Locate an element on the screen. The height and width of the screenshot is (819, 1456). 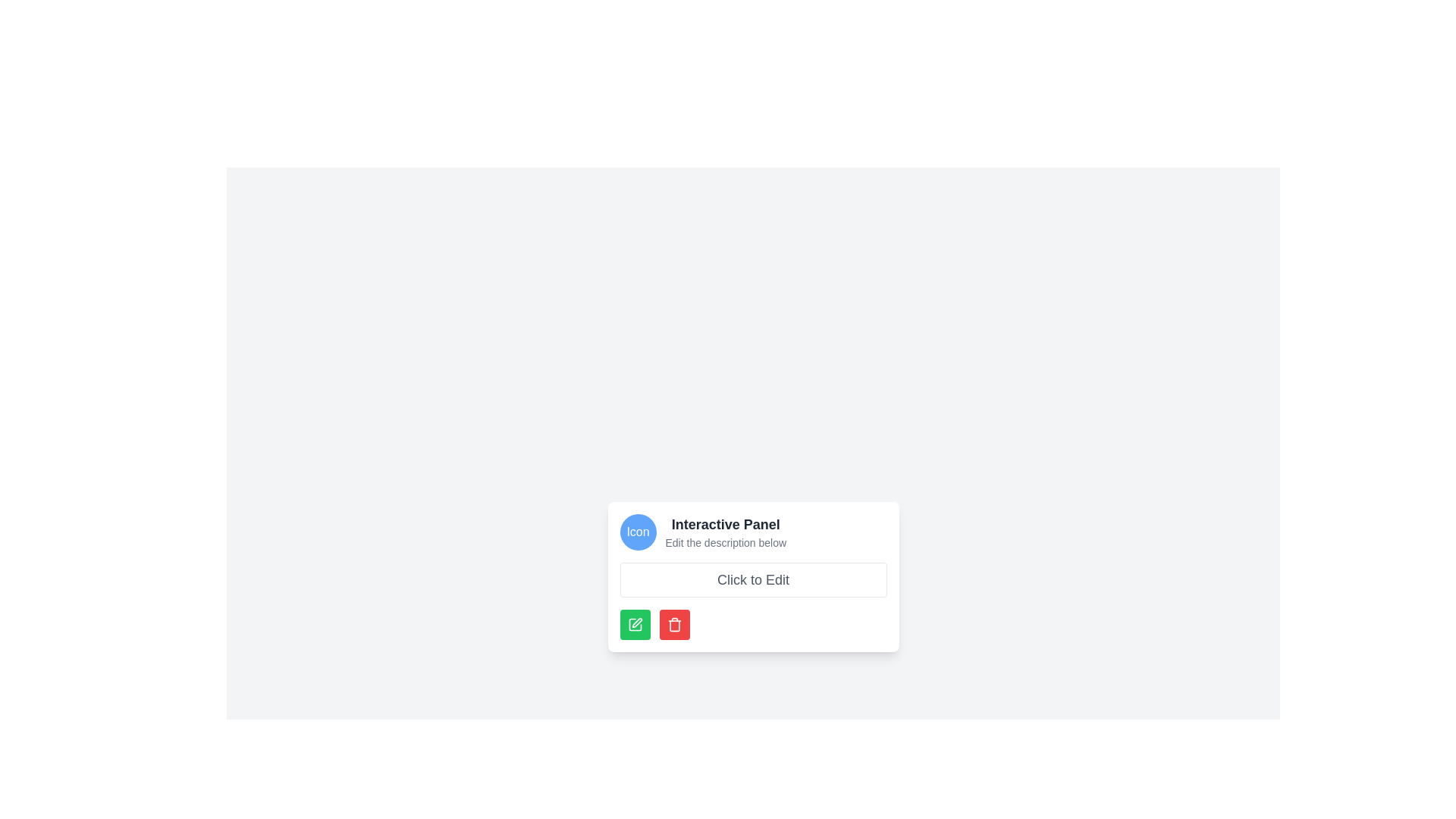
the Label/Text Display element that serves as a title or heading for the card component, which is located in the top-center area of the card is located at coordinates (725, 523).